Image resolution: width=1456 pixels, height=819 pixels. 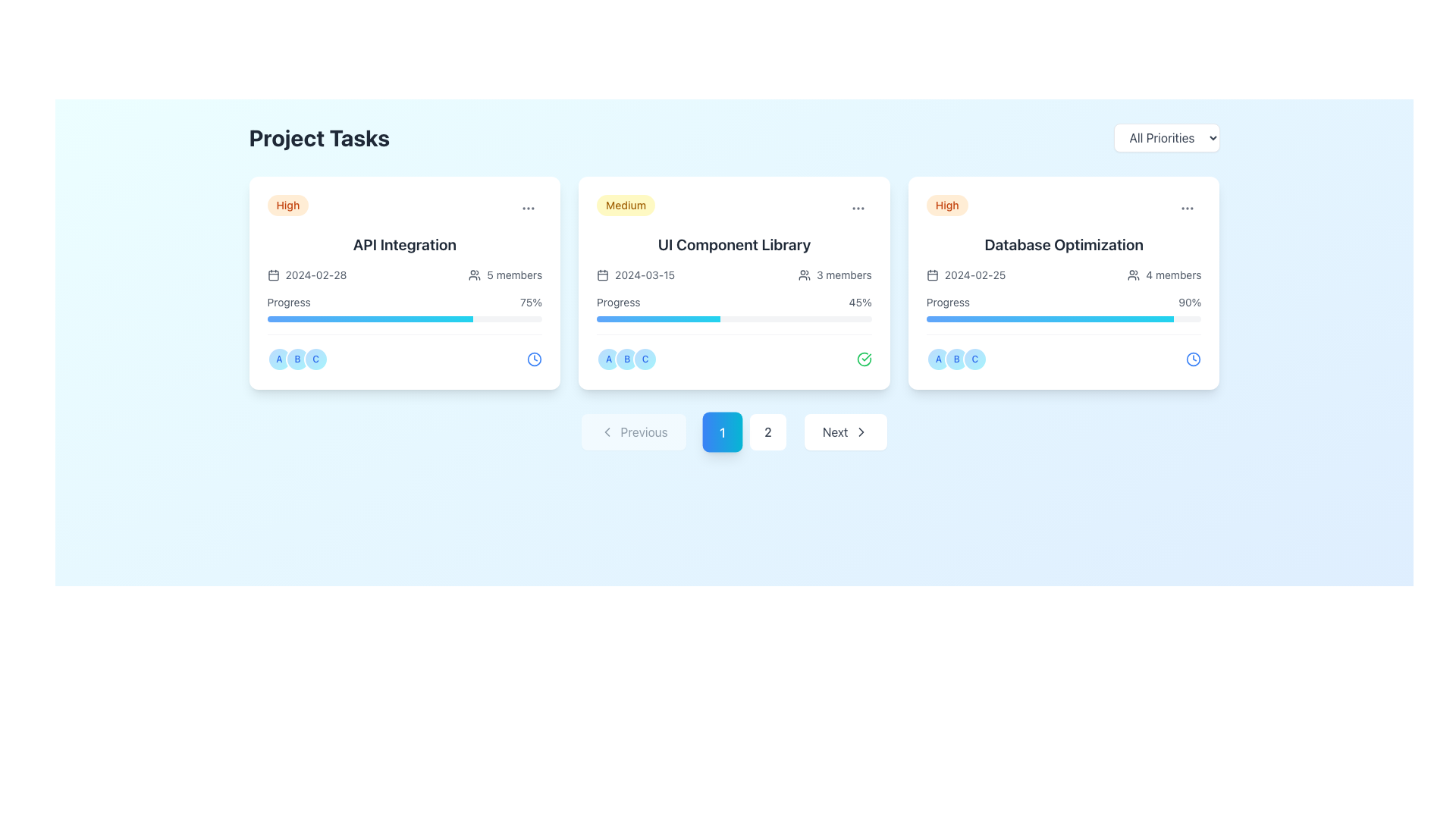 I want to click on the static text label indicating the progress of the 'UI Component Library' task, which is located above the progress bar and to the left of the '45%' percentage text, so click(x=618, y=302).